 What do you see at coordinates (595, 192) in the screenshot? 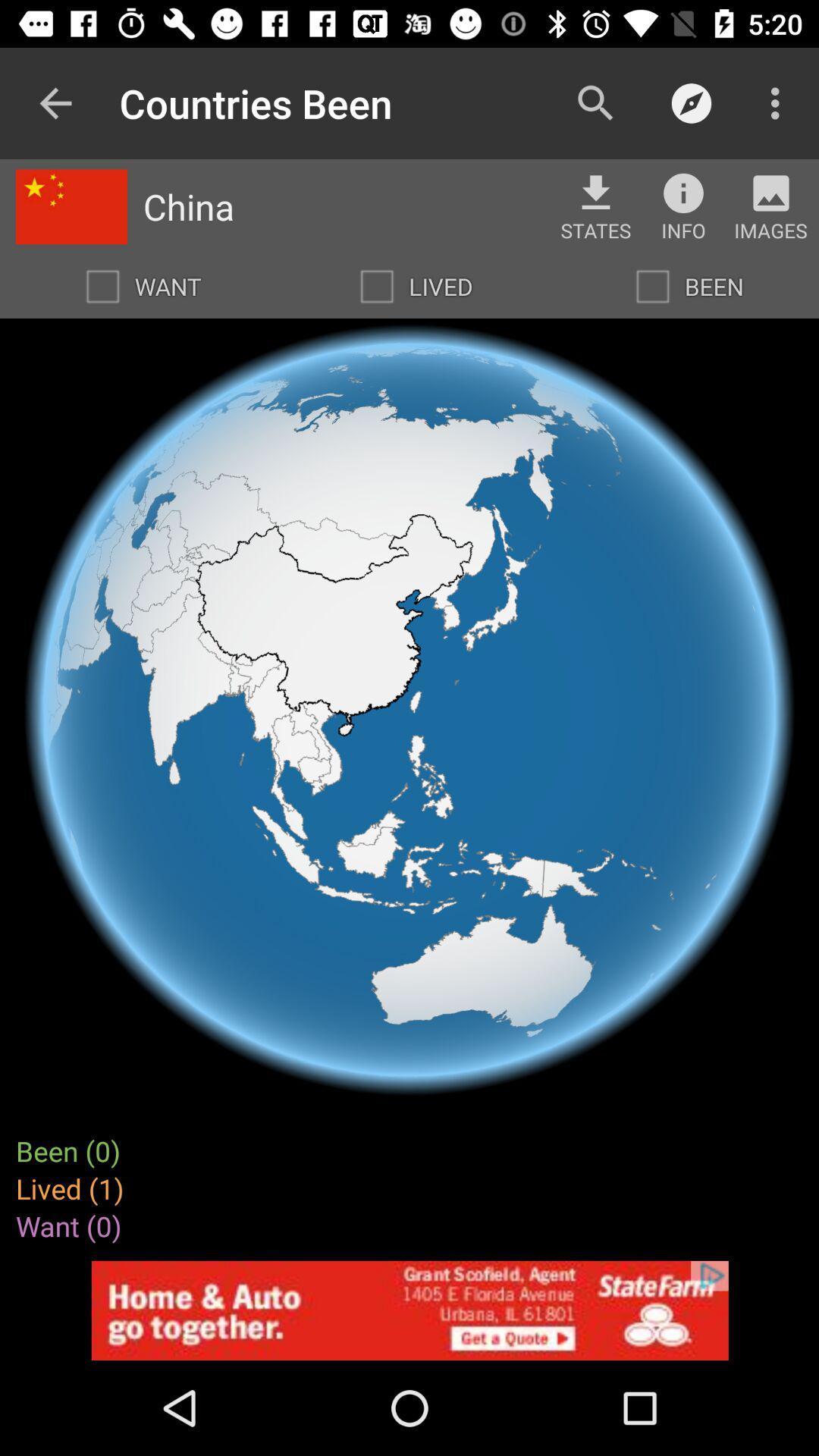
I see `download option` at bounding box center [595, 192].